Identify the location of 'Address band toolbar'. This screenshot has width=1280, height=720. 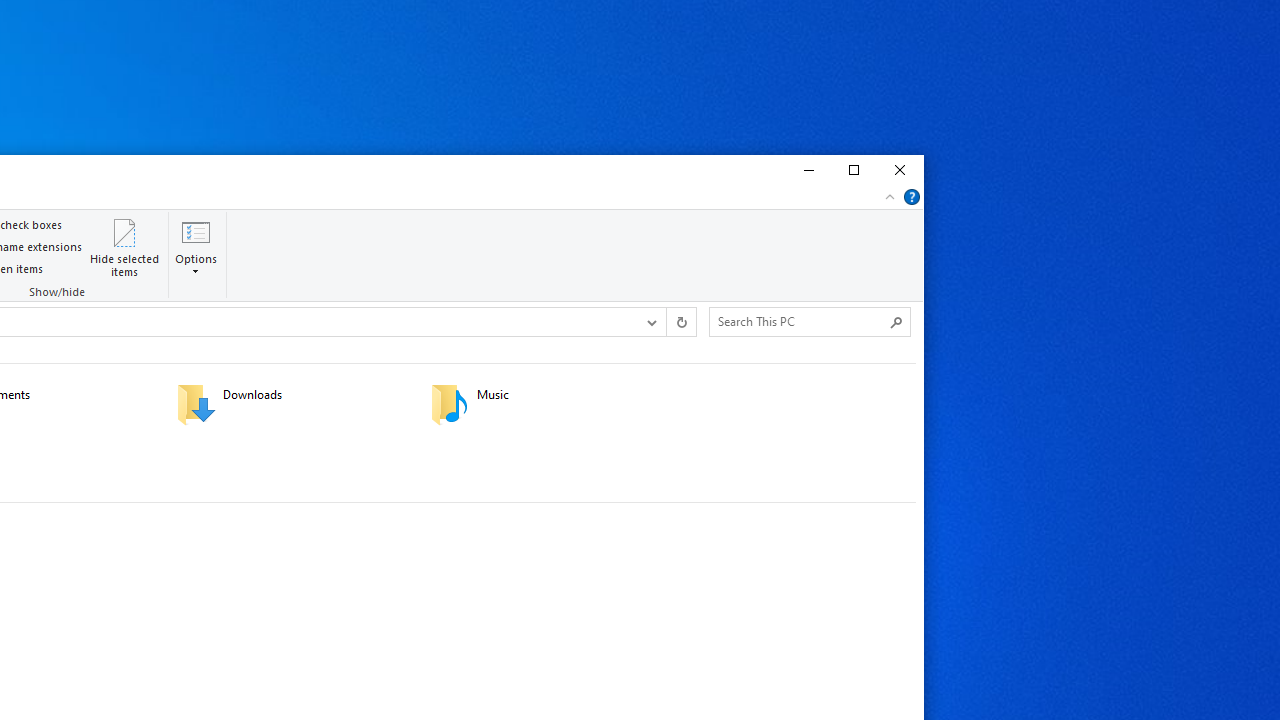
(666, 320).